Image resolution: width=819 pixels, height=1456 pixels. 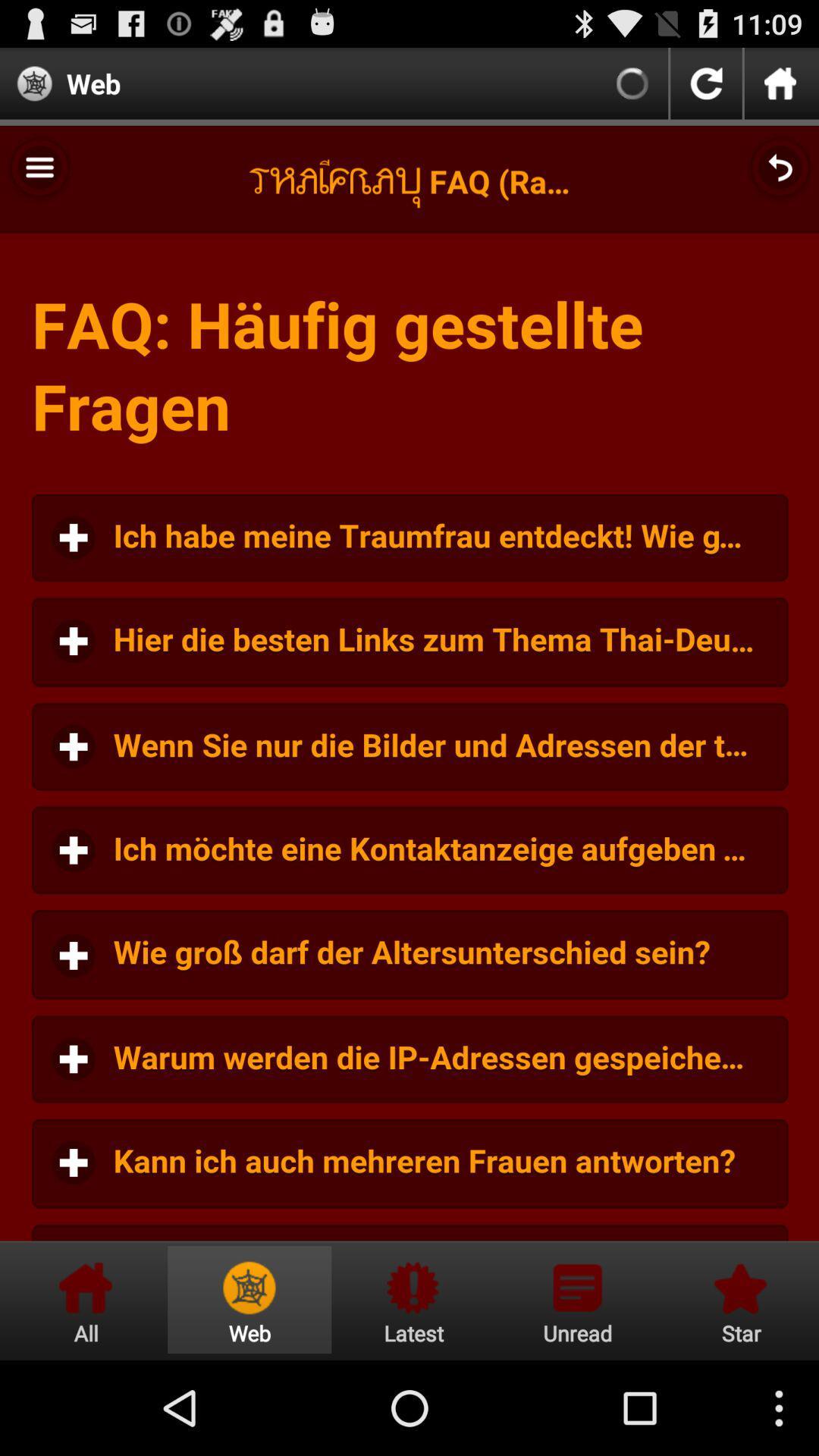 I want to click on unread items, so click(x=577, y=1299).